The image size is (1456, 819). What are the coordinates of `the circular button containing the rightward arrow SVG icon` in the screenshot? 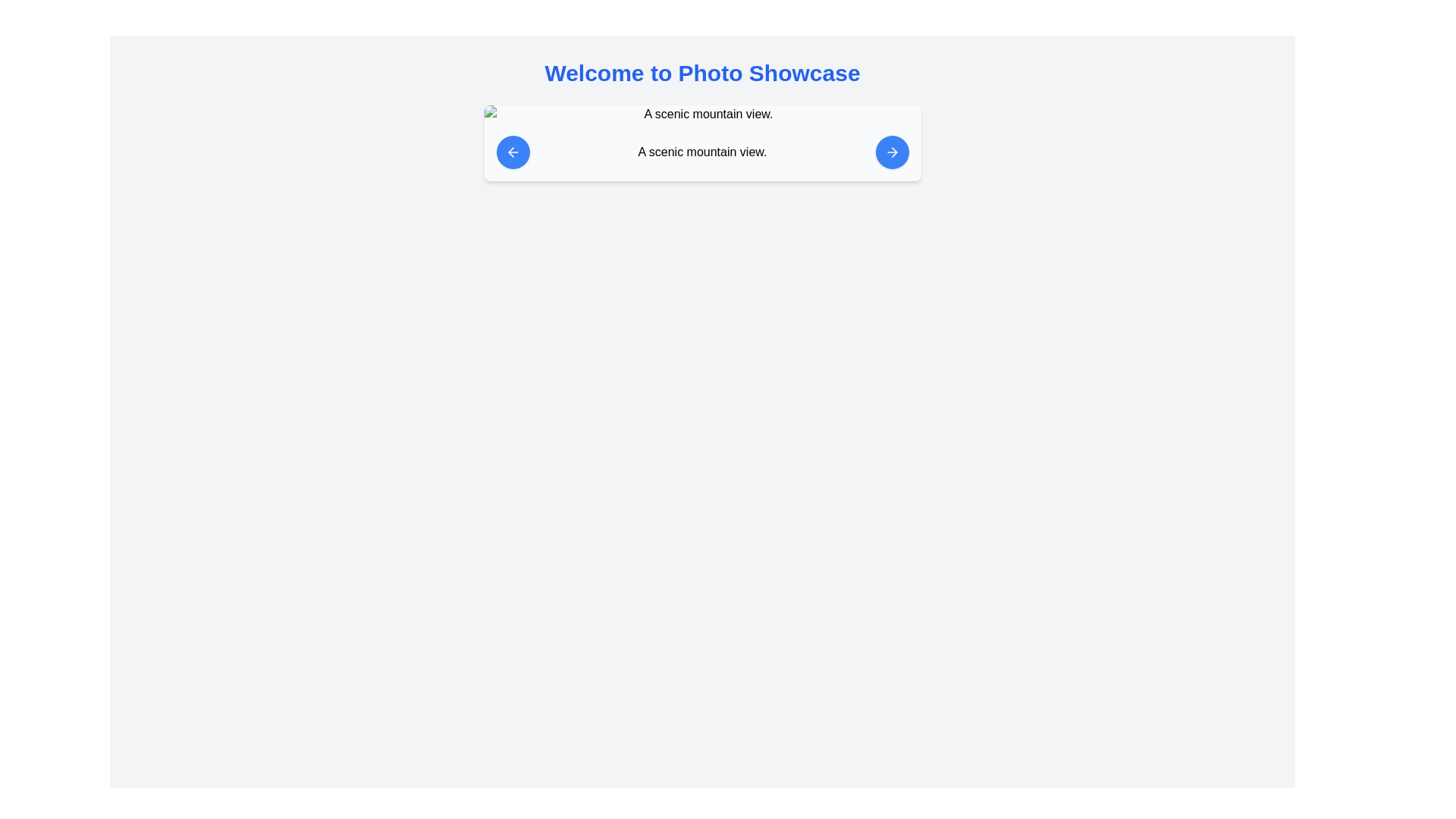 It's located at (892, 152).